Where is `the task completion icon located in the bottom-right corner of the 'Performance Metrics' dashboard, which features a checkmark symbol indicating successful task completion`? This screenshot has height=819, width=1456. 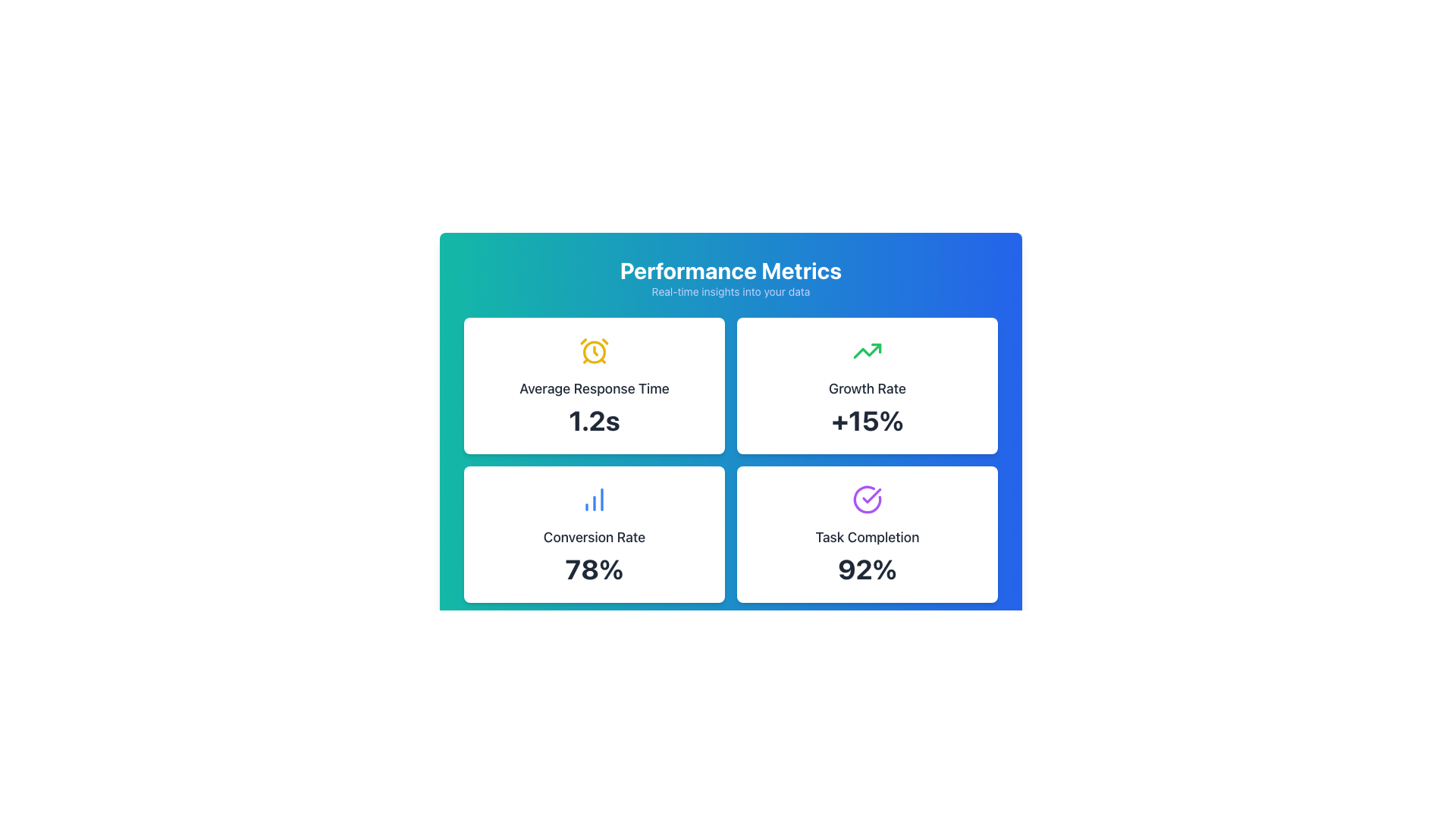 the task completion icon located in the bottom-right corner of the 'Performance Metrics' dashboard, which features a checkmark symbol indicating successful task completion is located at coordinates (867, 500).